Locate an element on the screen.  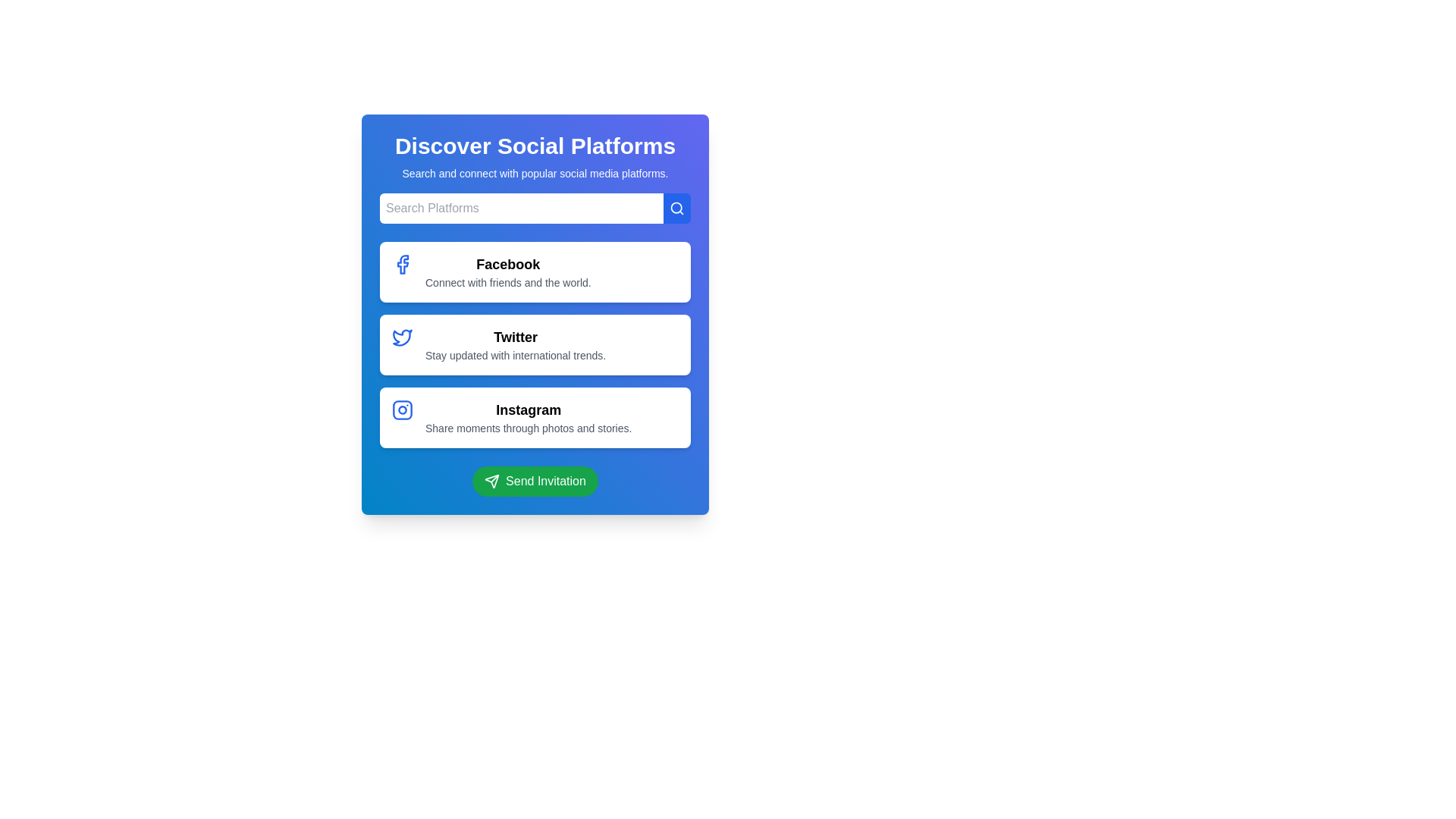
the Twitter descriptive card, which features a white background, a bird icon, and the text 'Twitter' in bold black font at the center top is located at coordinates (535, 314).